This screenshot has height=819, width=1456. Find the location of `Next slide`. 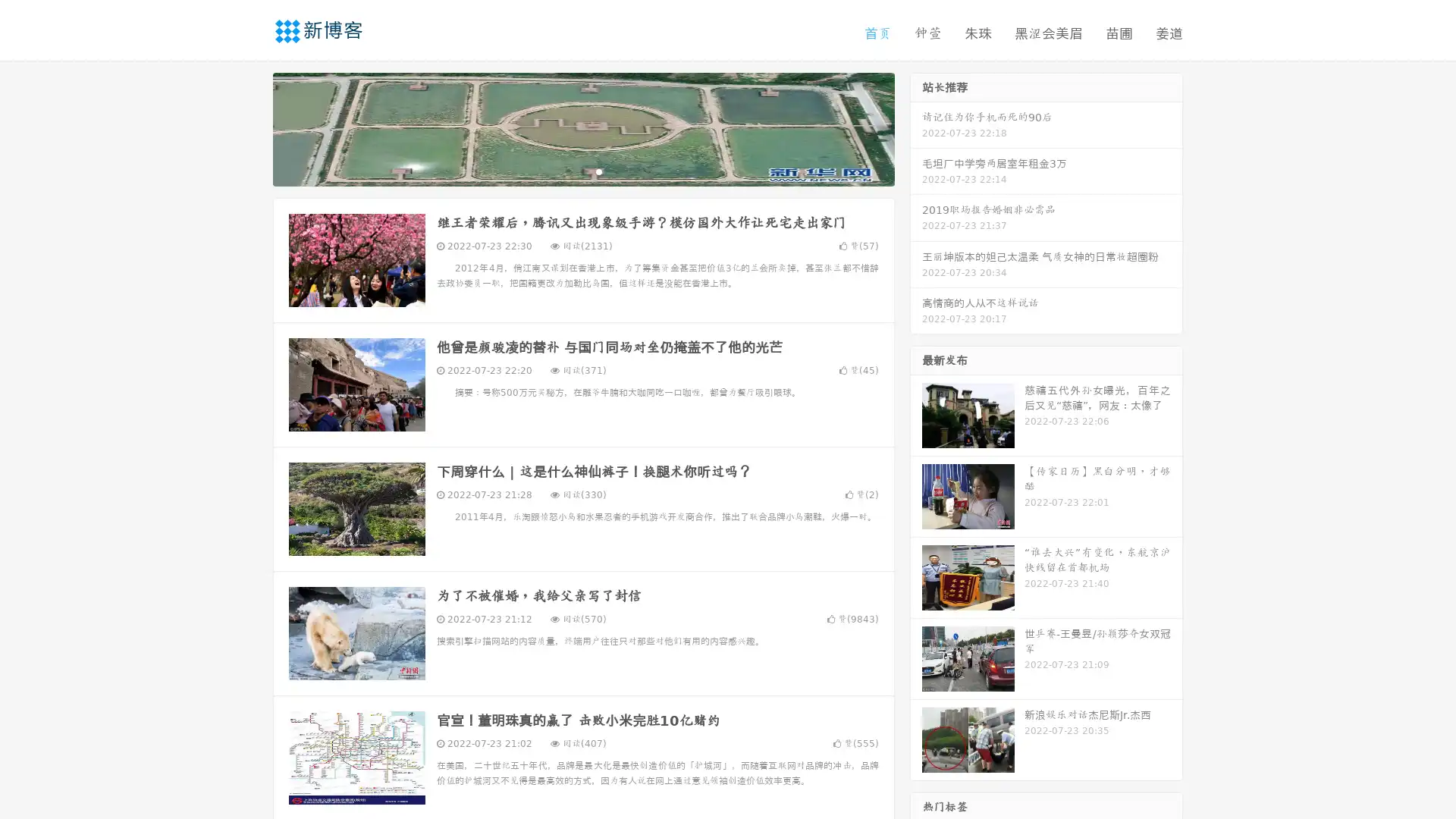

Next slide is located at coordinates (916, 127).